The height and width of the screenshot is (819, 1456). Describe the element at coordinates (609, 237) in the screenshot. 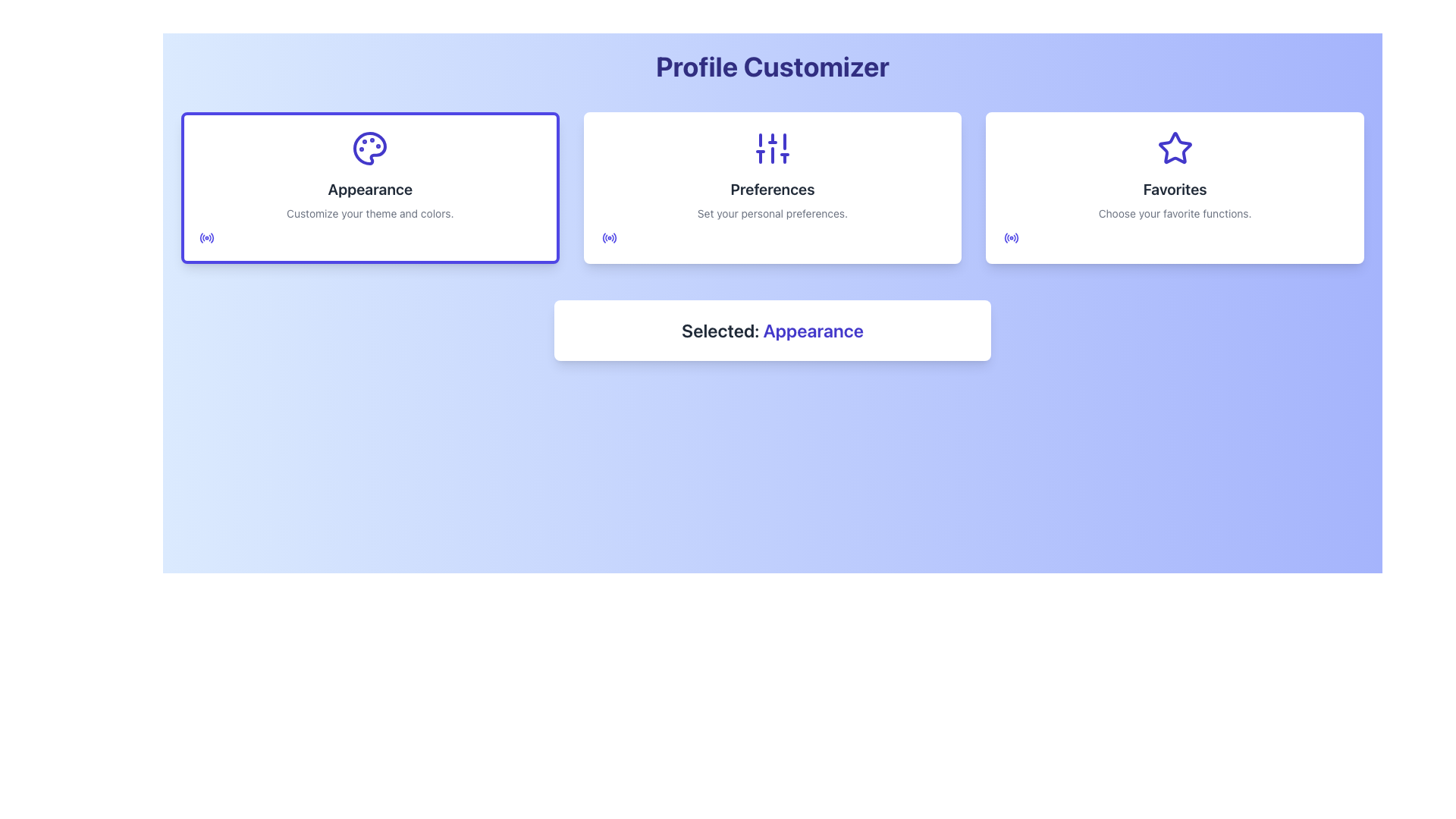

I see `the radio button located under the 'Preferences' section, centered horizontally within the card's layout` at that location.